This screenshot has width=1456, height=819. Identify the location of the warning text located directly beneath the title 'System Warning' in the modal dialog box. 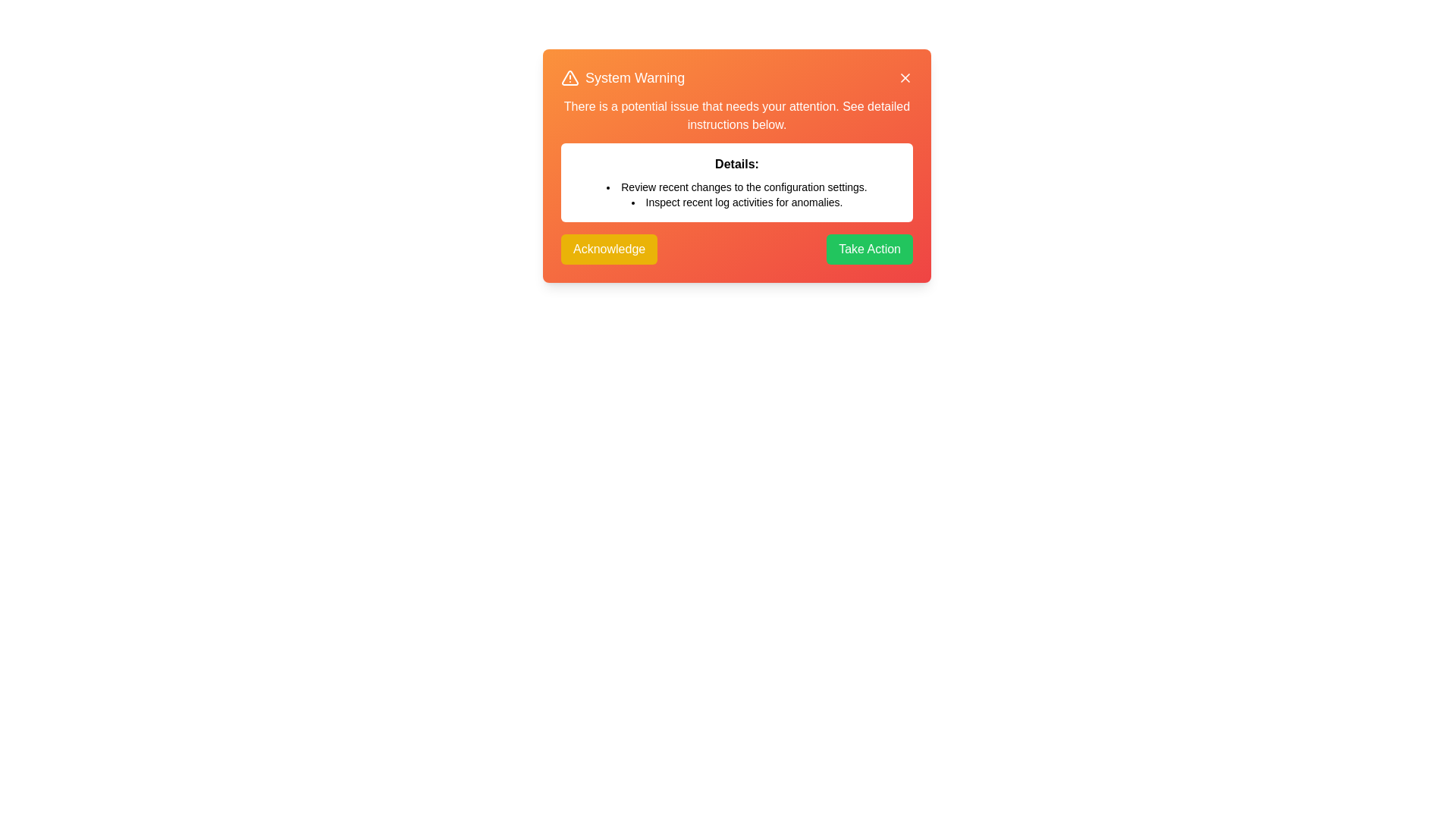
(736, 115).